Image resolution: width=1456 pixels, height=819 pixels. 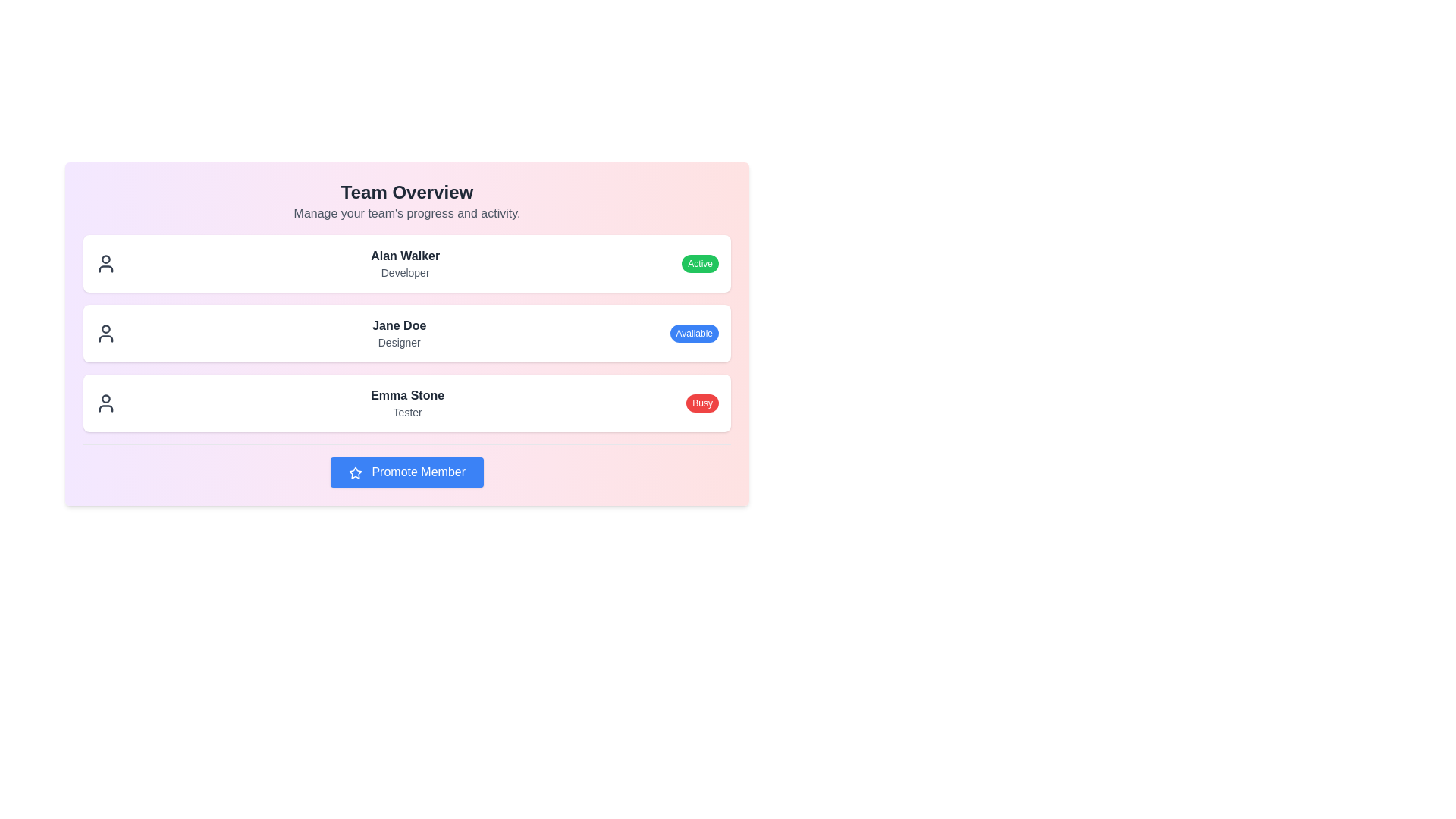 What do you see at coordinates (105, 332) in the screenshot?
I see `the profile icon (SVG) representing 'Jane Doe'` at bounding box center [105, 332].